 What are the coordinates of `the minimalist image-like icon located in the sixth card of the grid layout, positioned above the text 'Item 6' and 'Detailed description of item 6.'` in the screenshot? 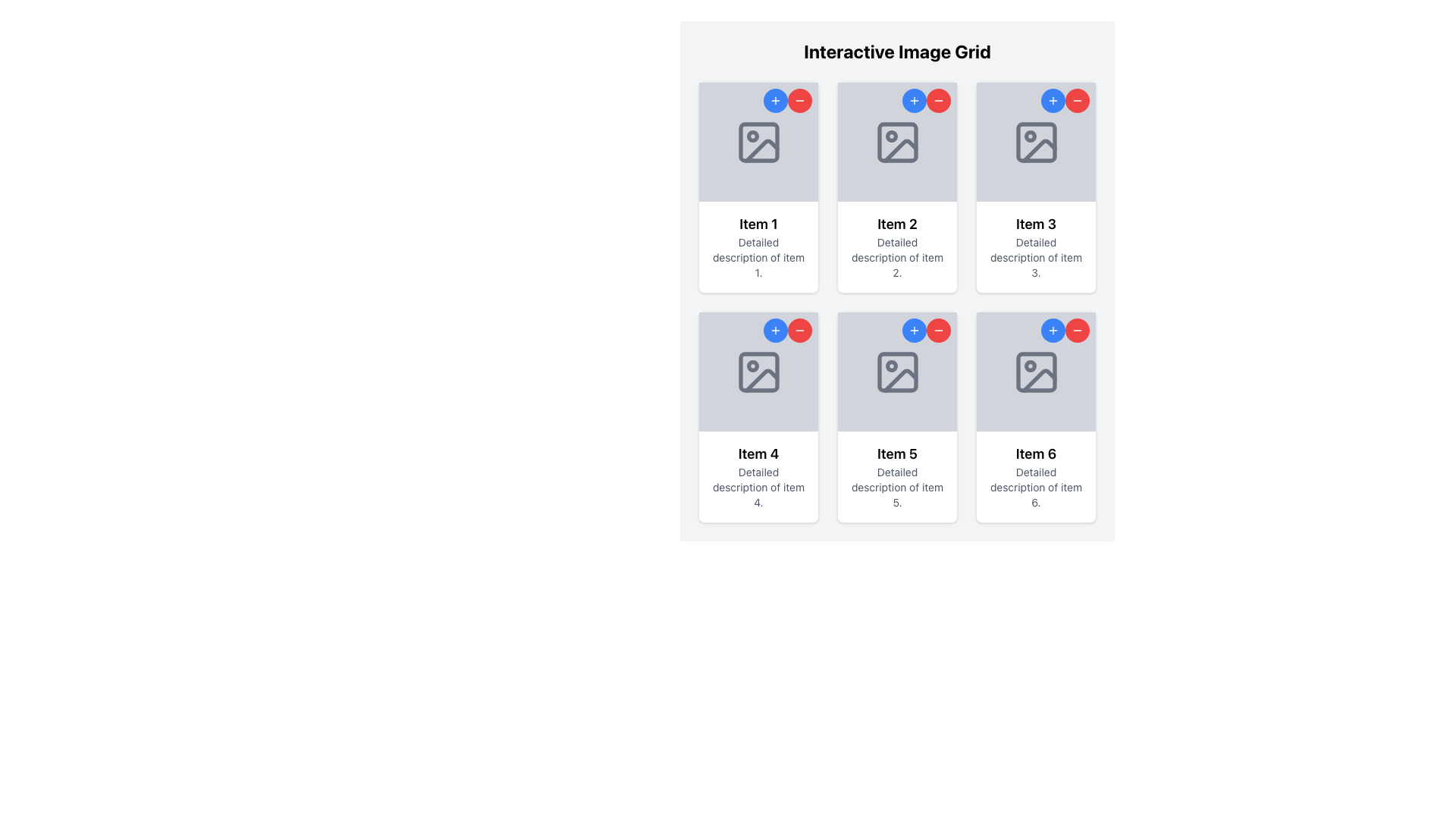 It's located at (1035, 372).